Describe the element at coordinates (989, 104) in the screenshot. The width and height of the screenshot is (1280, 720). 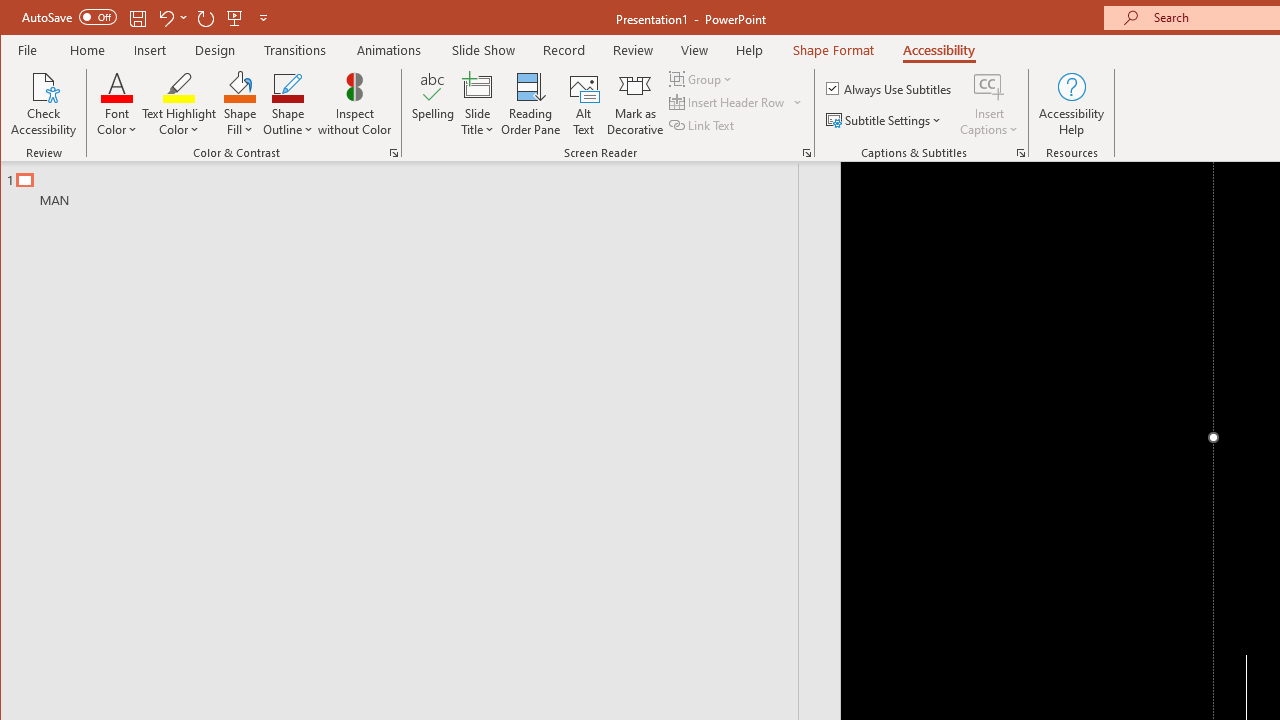
I see `'Insert Captions'` at that location.